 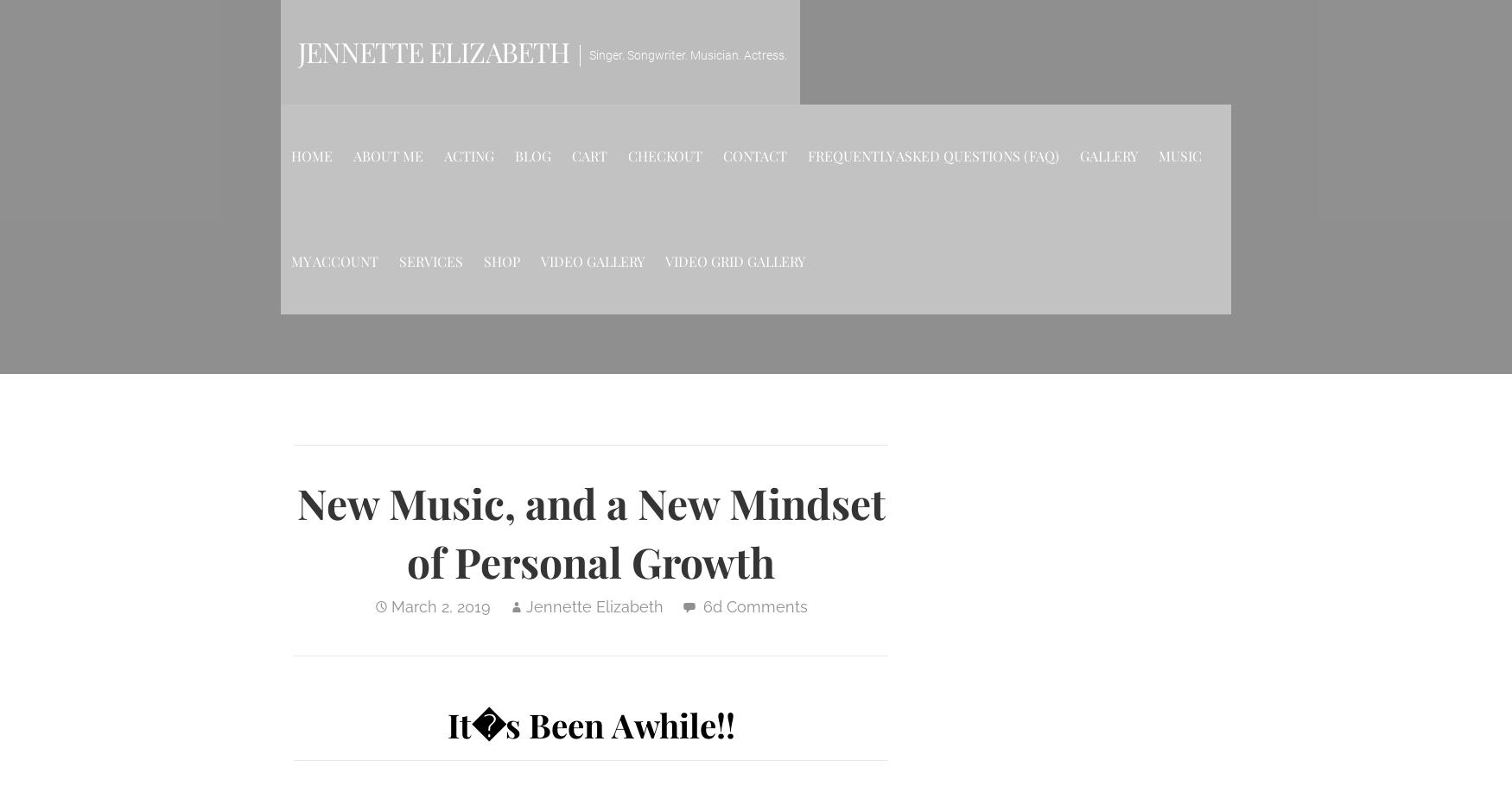 I want to click on 'Gallery', so click(x=1108, y=155).